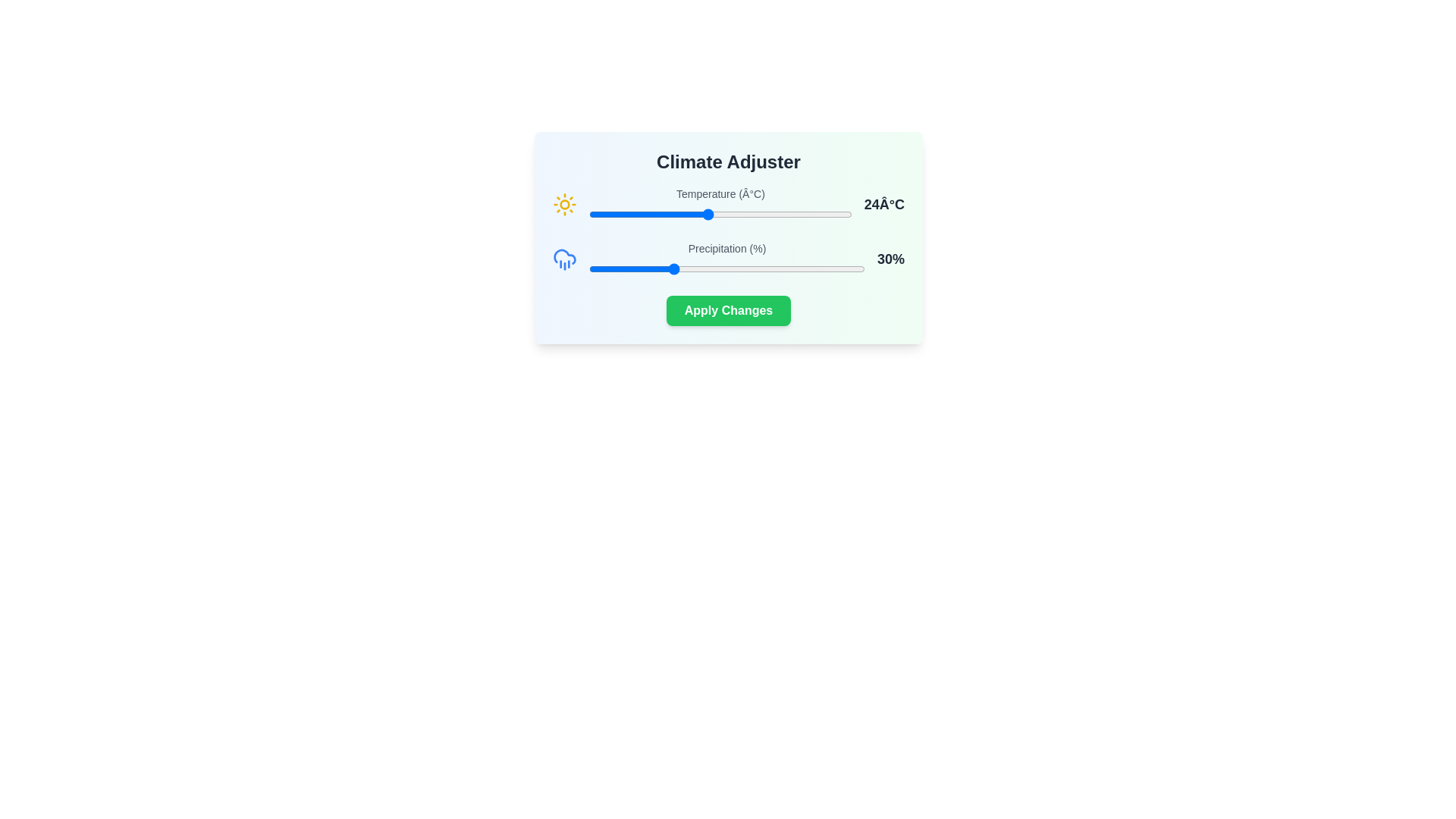  What do you see at coordinates (707, 214) in the screenshot?
I see `the temperature slider to 24°C` at bounding box center [707, 214].